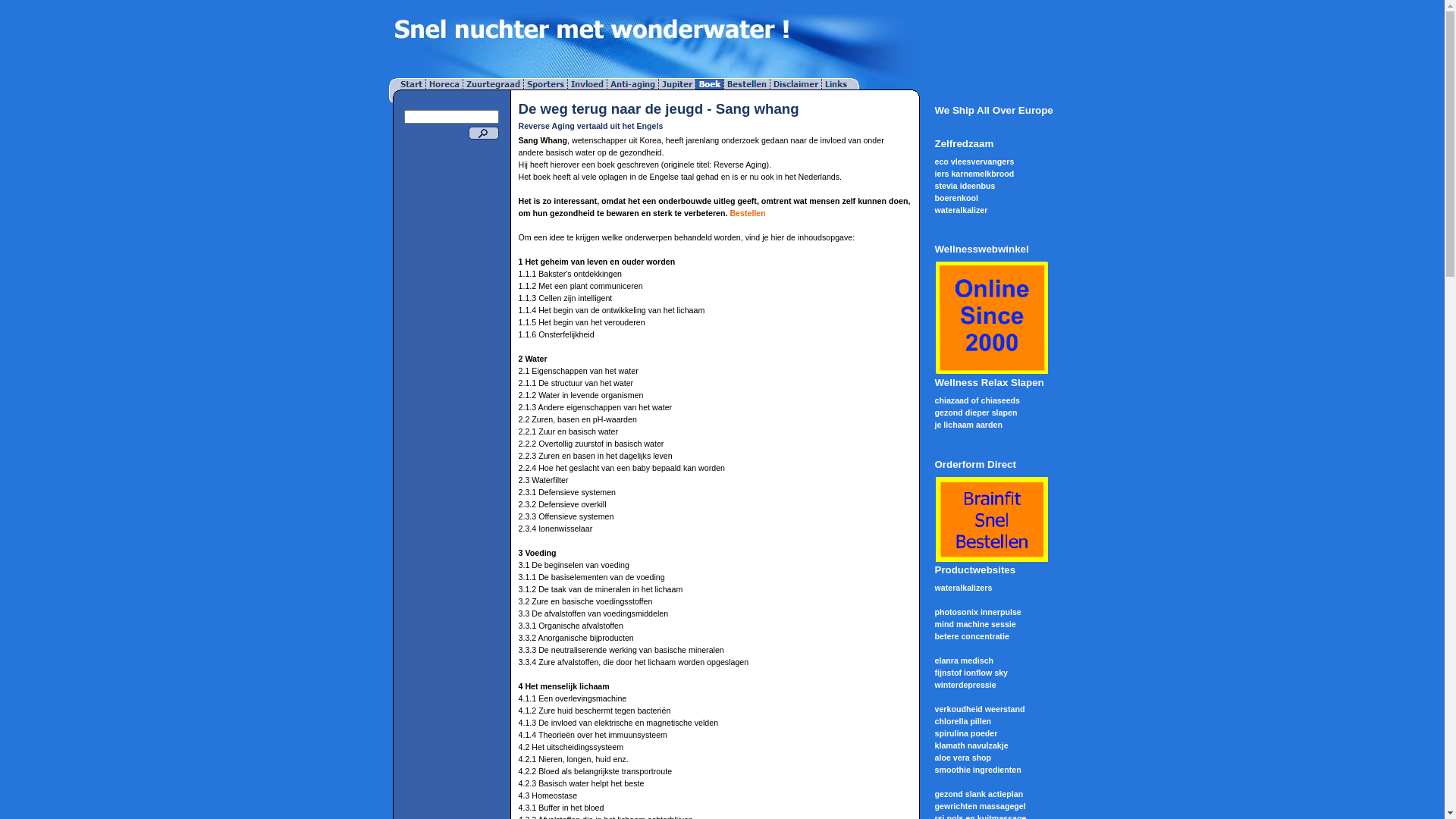  Describe the element at coordinates (934, 660) in the screenshot. I see `'elanra medisch'` at that location.